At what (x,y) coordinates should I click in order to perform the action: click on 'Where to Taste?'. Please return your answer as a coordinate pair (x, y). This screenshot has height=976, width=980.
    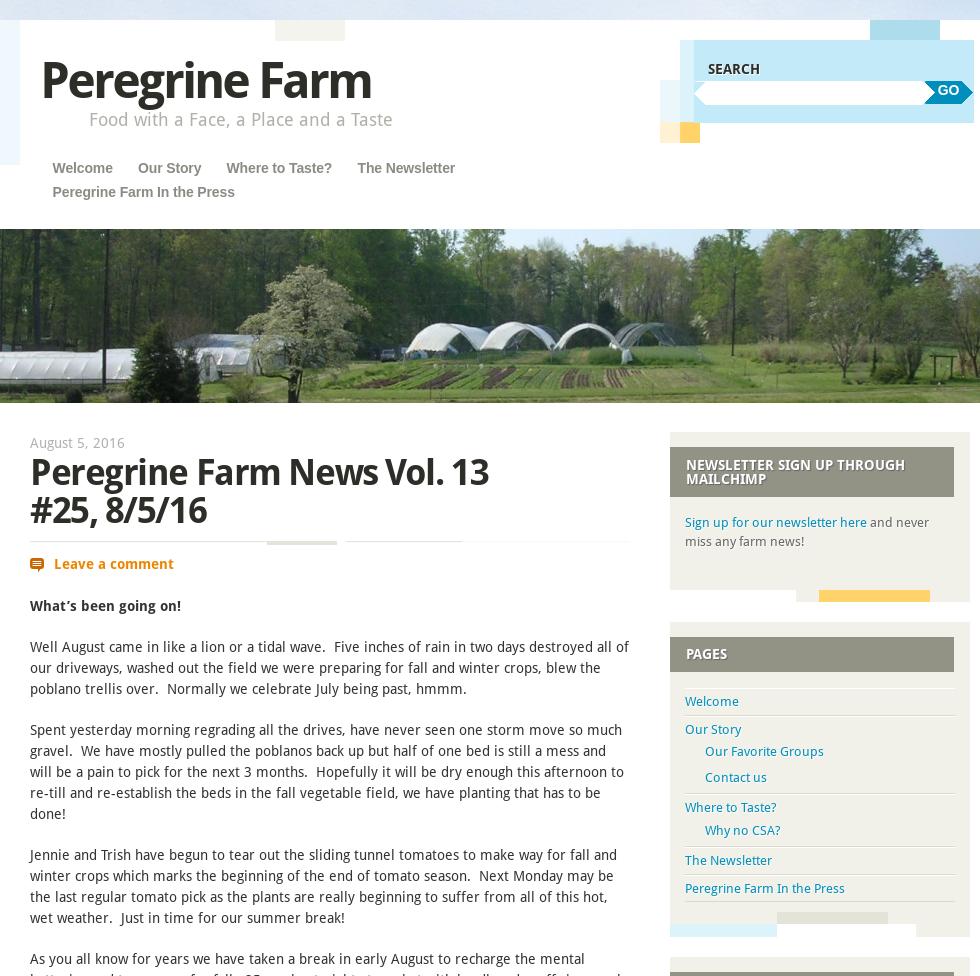
    Looking at the image, I should click on (730, 807).